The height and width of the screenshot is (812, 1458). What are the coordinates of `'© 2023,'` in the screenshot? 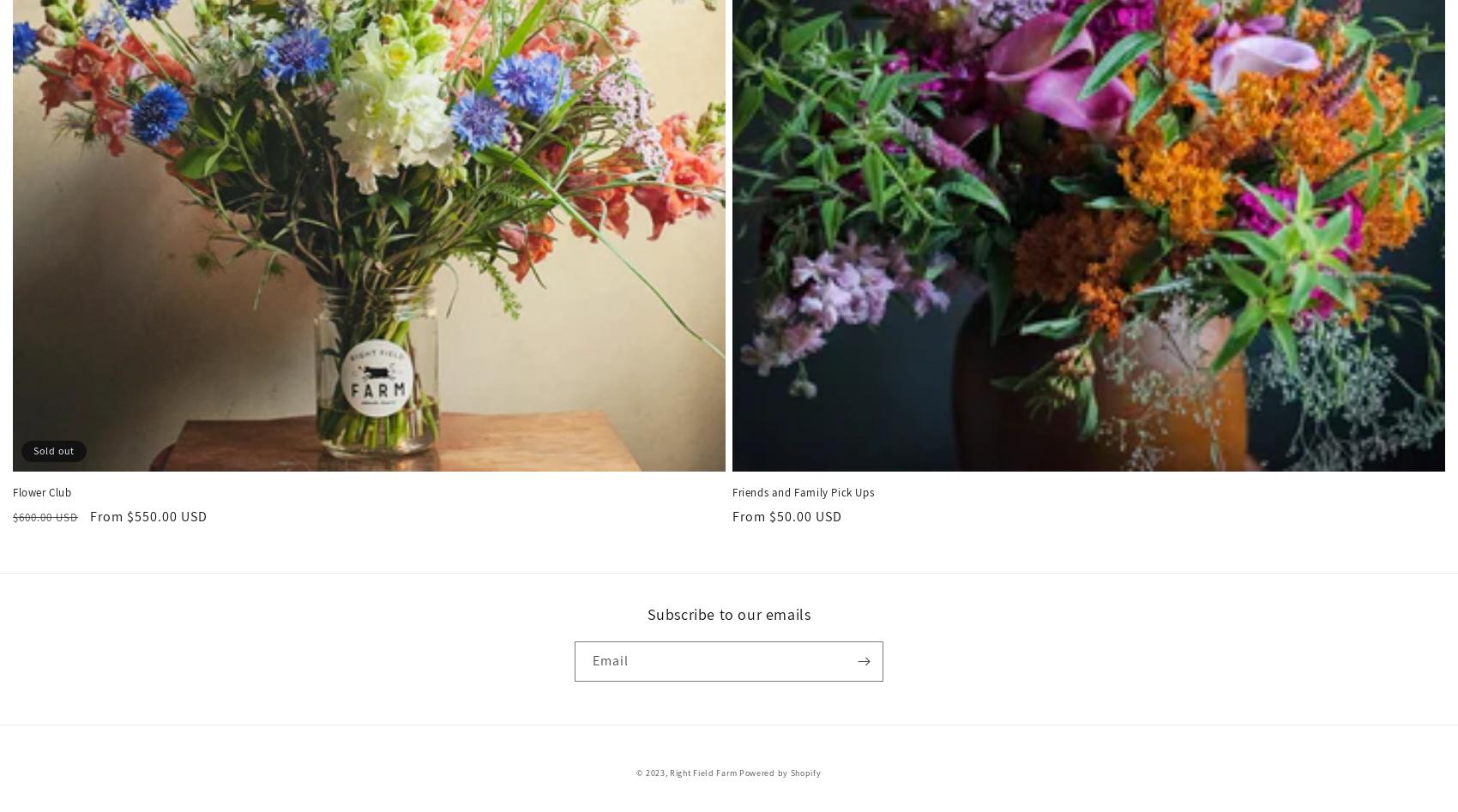 It's located at (652, 772).